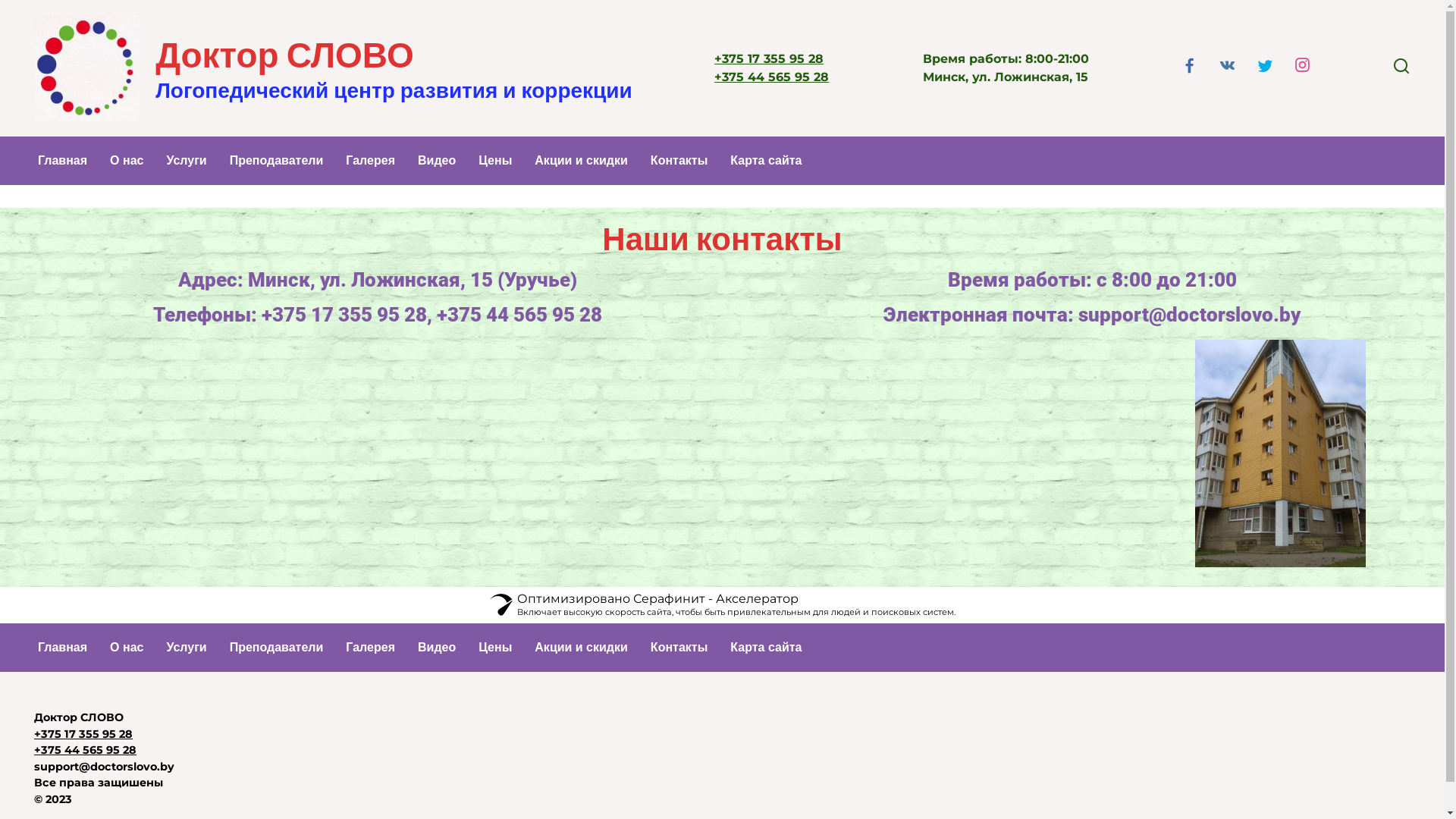 Image resolution: width=1456 pixels, height=819 pixels. I want to click on '+375 44 565 95 28', so click(771, 77).